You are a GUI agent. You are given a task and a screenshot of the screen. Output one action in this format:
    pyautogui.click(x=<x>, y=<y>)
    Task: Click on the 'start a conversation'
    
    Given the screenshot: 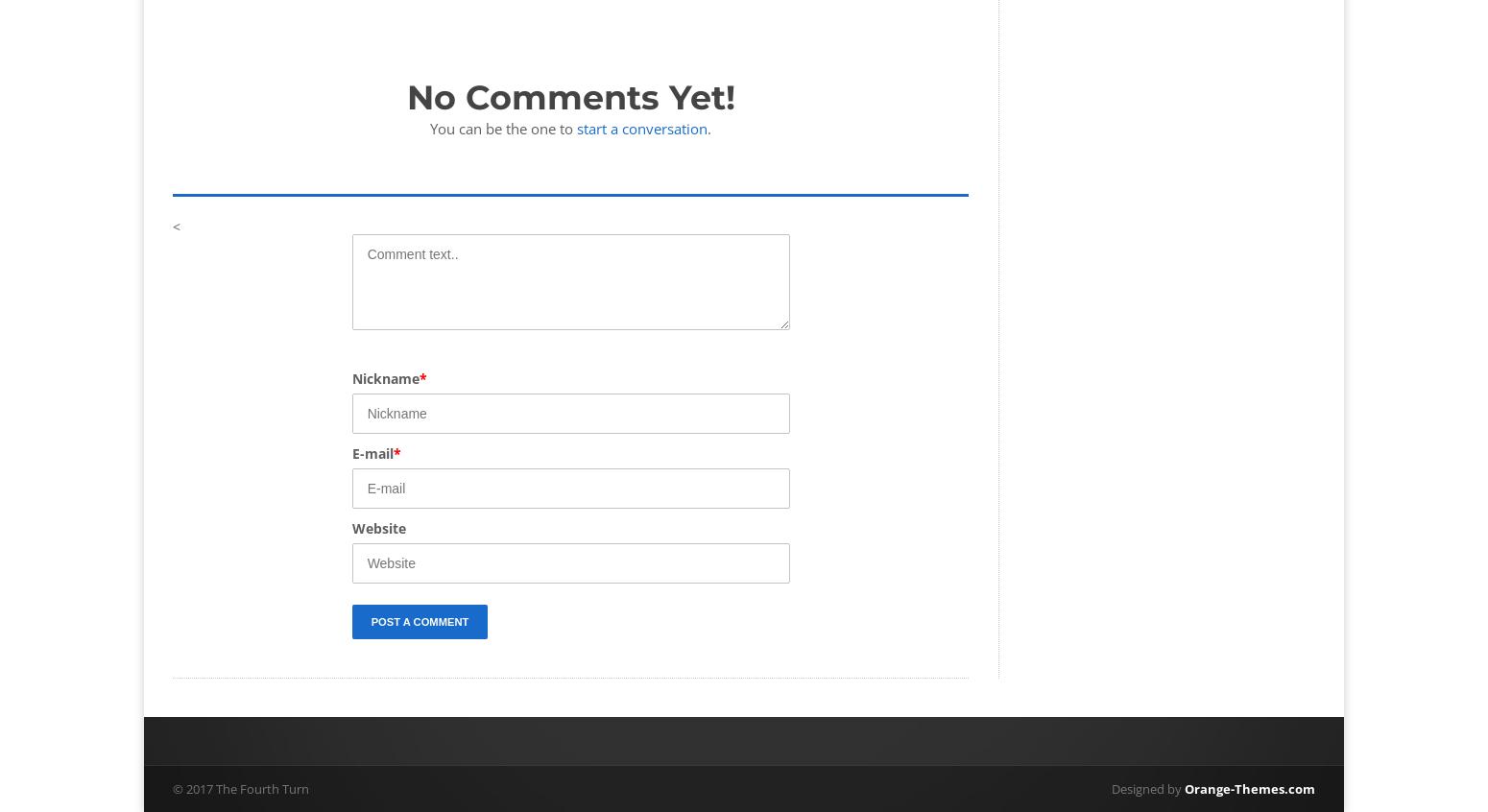 What is the action you would take?
    pyautogui.click(x=640, y=129)
    